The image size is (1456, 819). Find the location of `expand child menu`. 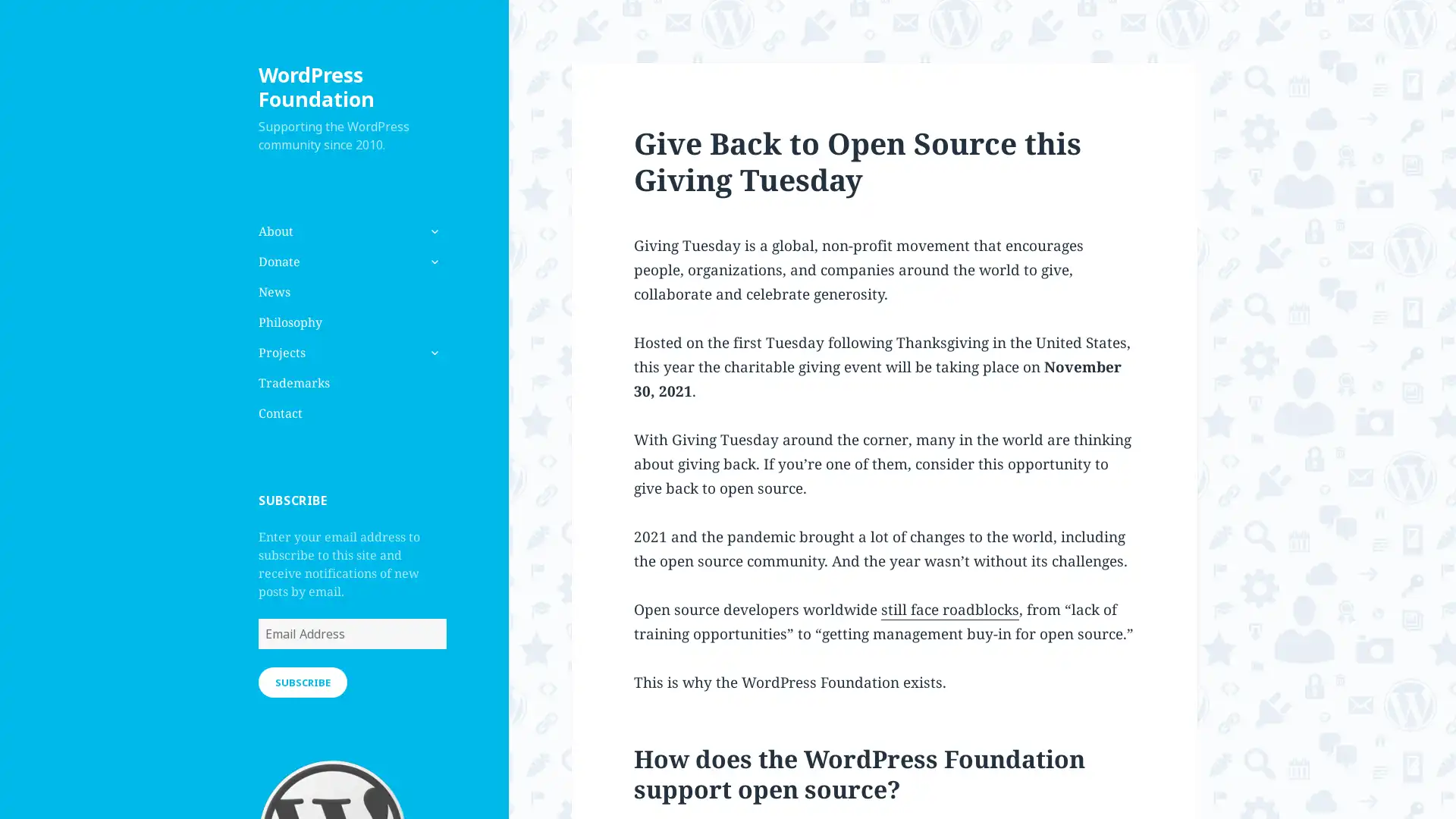

expand child menu is located at coordinates (432, 231).